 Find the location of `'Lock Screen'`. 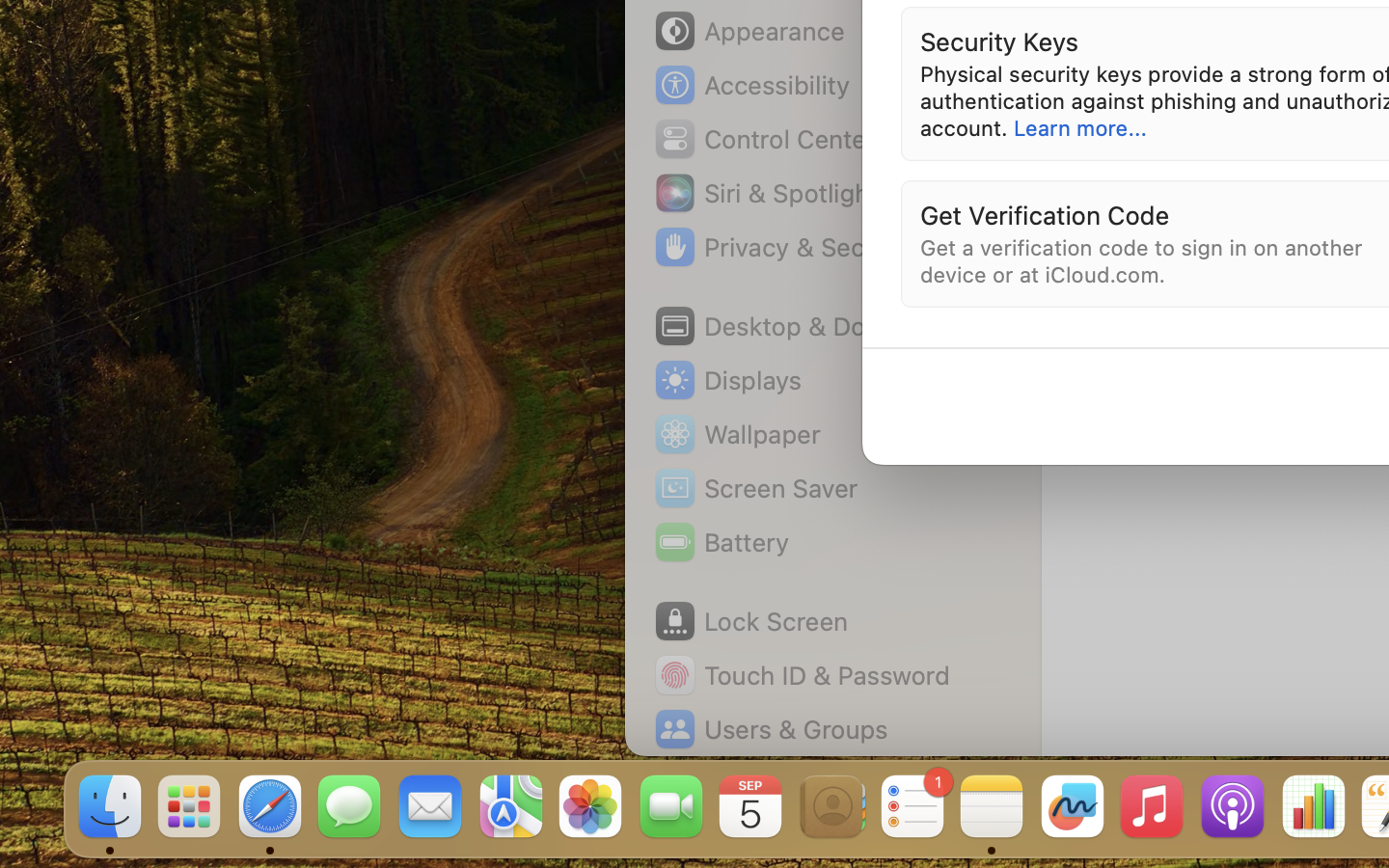

'Lock Screen' is located at coordinates (749, 621).